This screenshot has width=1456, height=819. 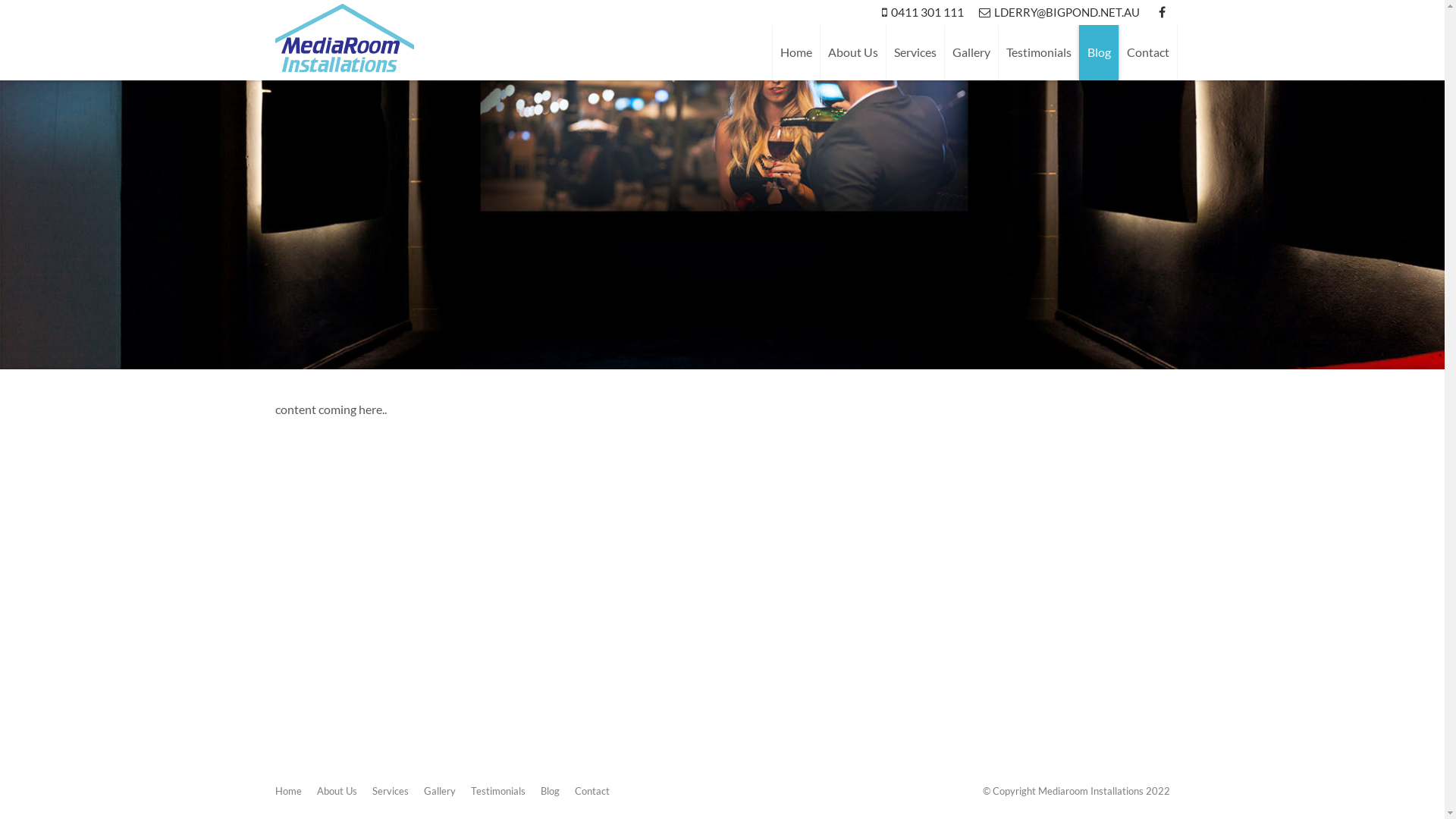 I want to click on 'Blog', so click(x=548, y=789).